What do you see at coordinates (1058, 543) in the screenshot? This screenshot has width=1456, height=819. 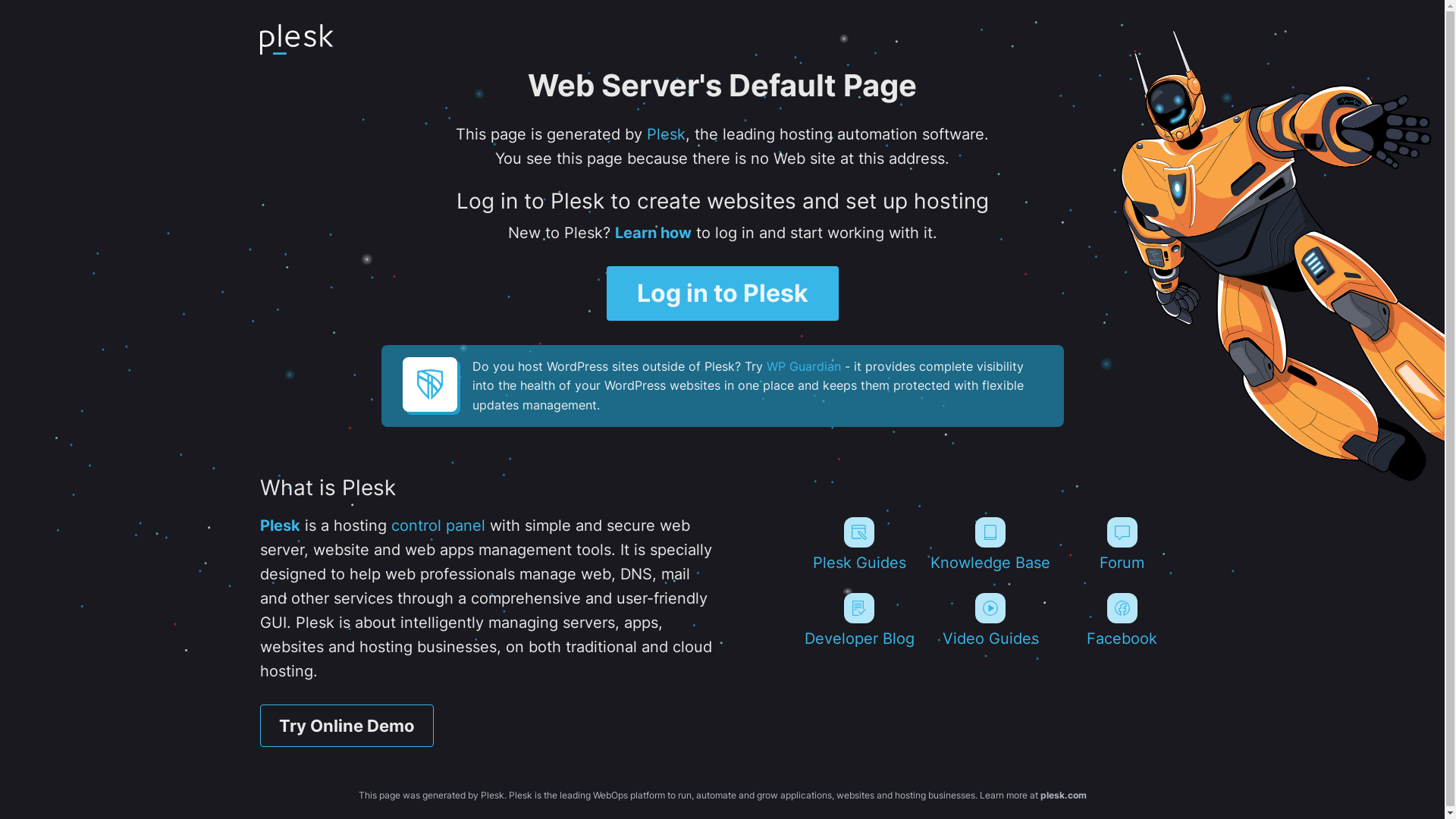 I see `'Forum'` at bounding box center [1058, 543].